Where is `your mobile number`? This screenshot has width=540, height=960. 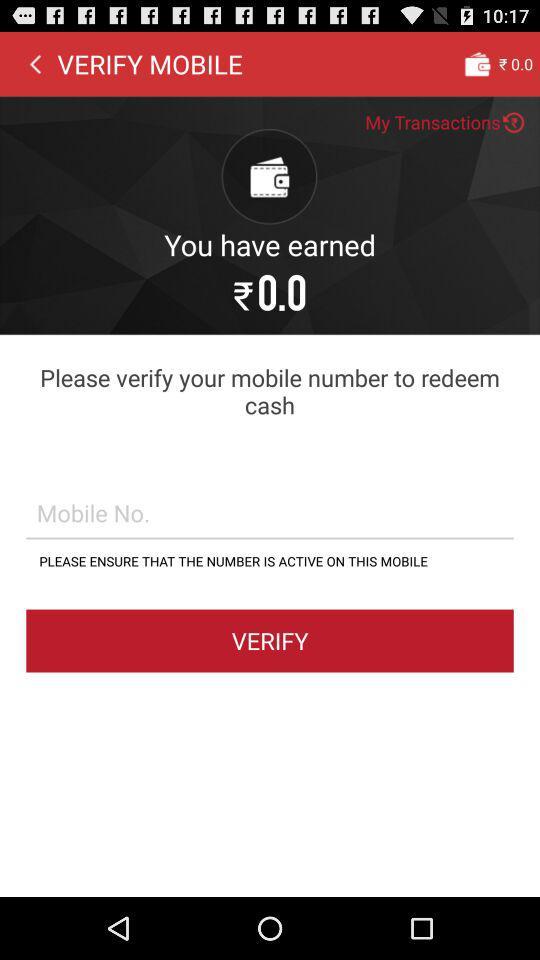
your mobile number is located at coordinates (270, 511).